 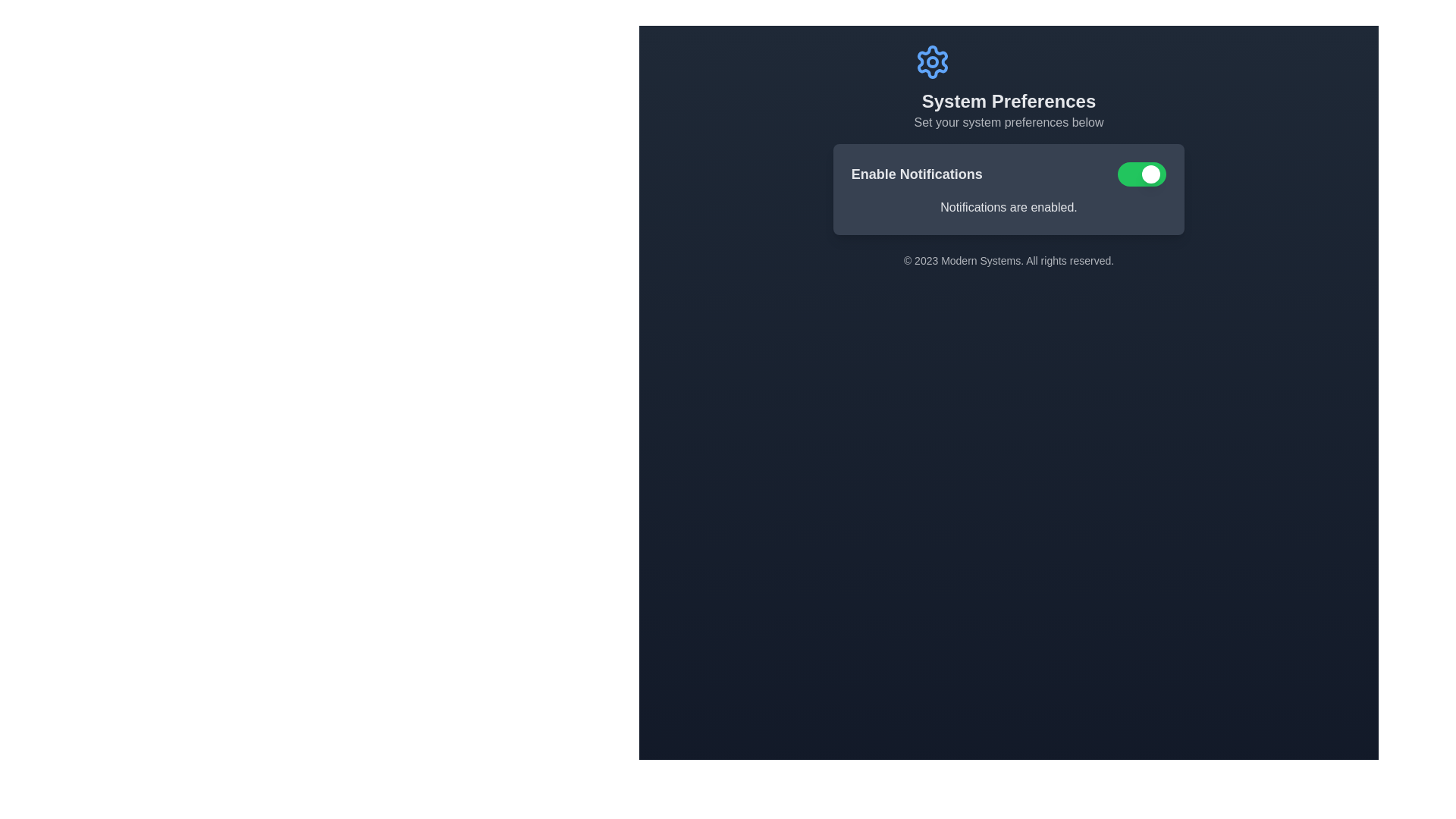 What do you see at coordinates (1009, 174) in the screenshot?
I see `the toggle switch labeled 'Enable Notifications' to change its state` at bounding box center [1009, 174].